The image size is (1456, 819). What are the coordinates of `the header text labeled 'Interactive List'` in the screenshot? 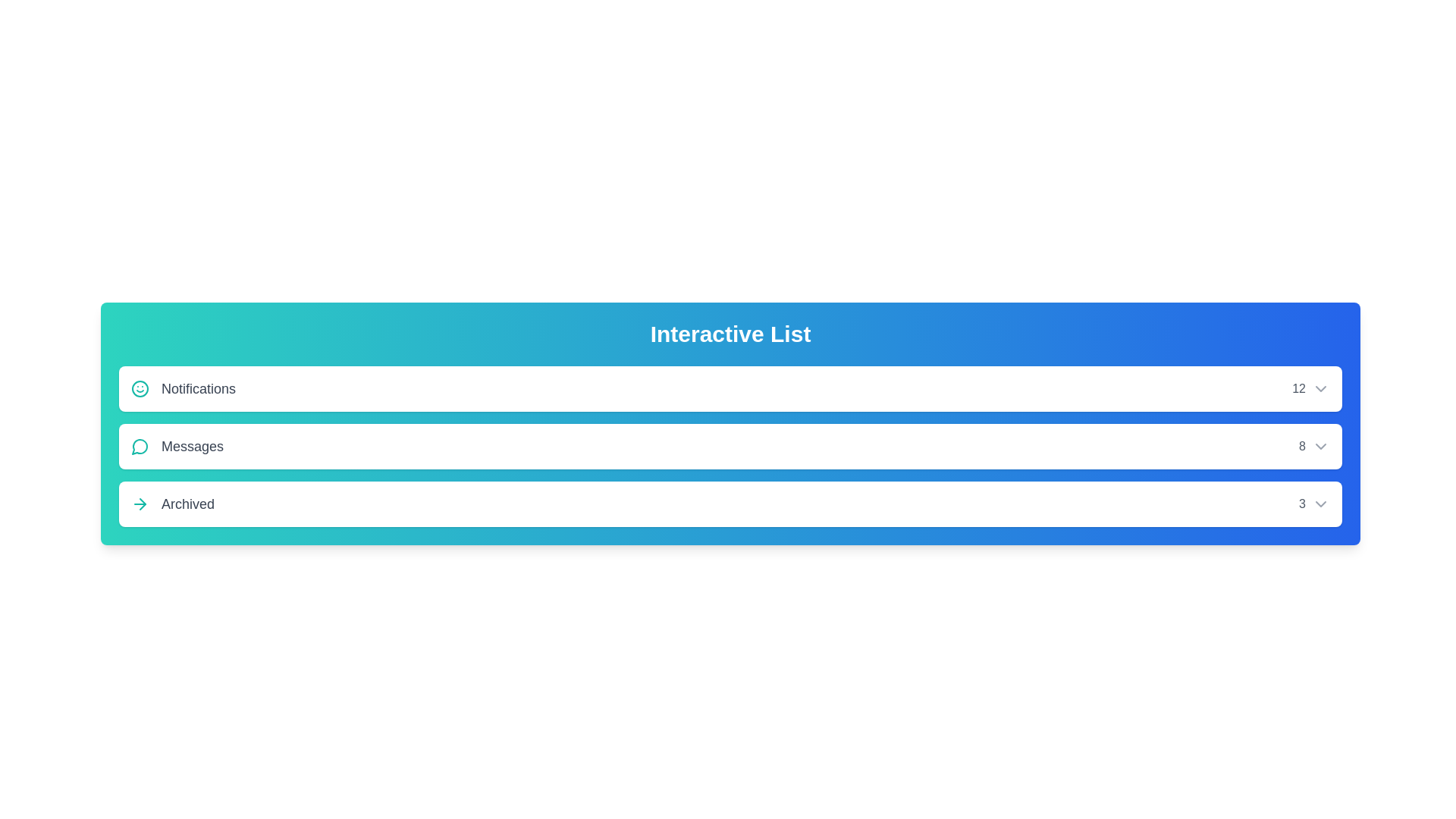 It's located at (730, 333).